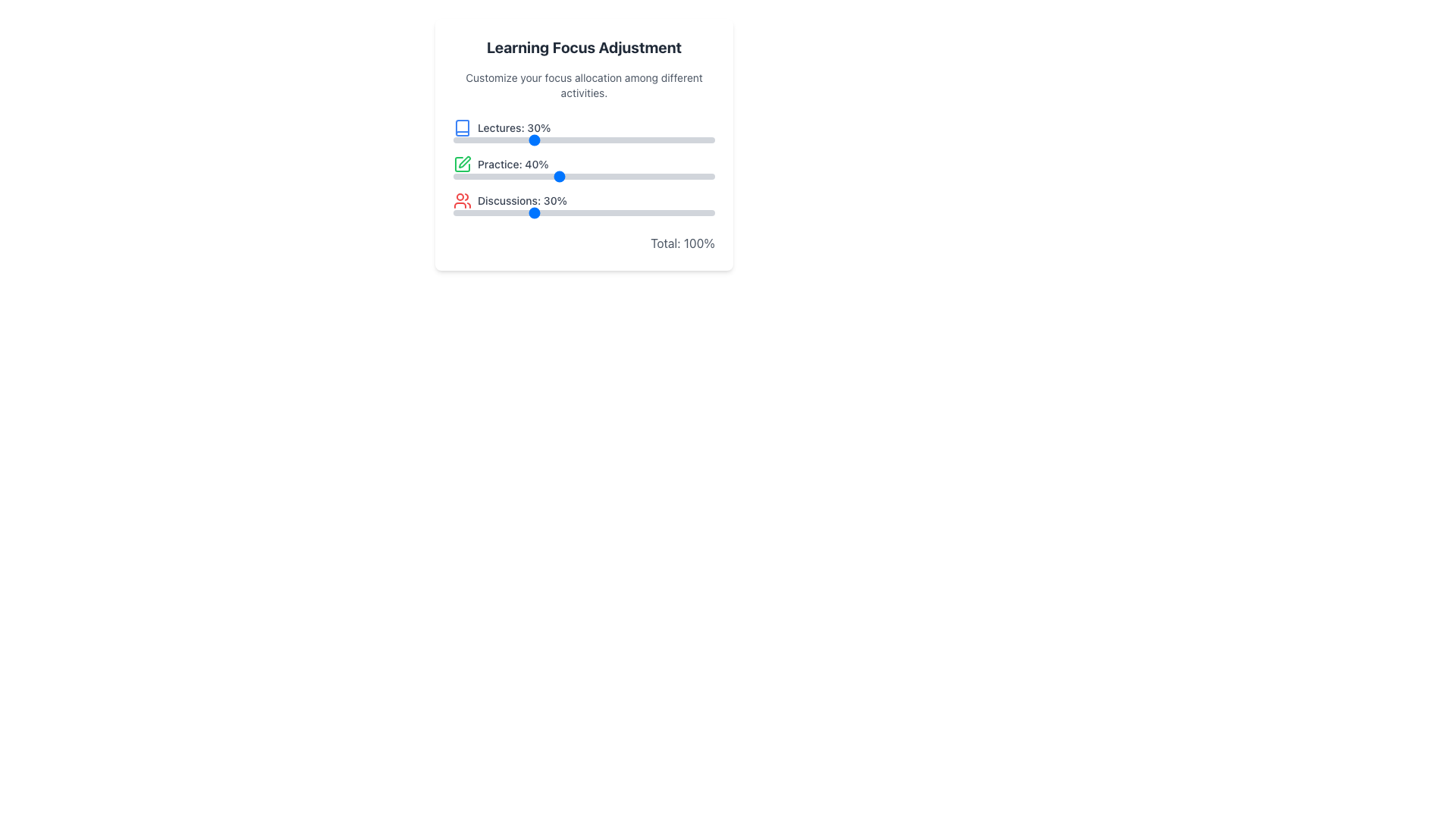 The width and height of the screenshot is (1456, 819). I want to click on the slider, so click(468, 213).